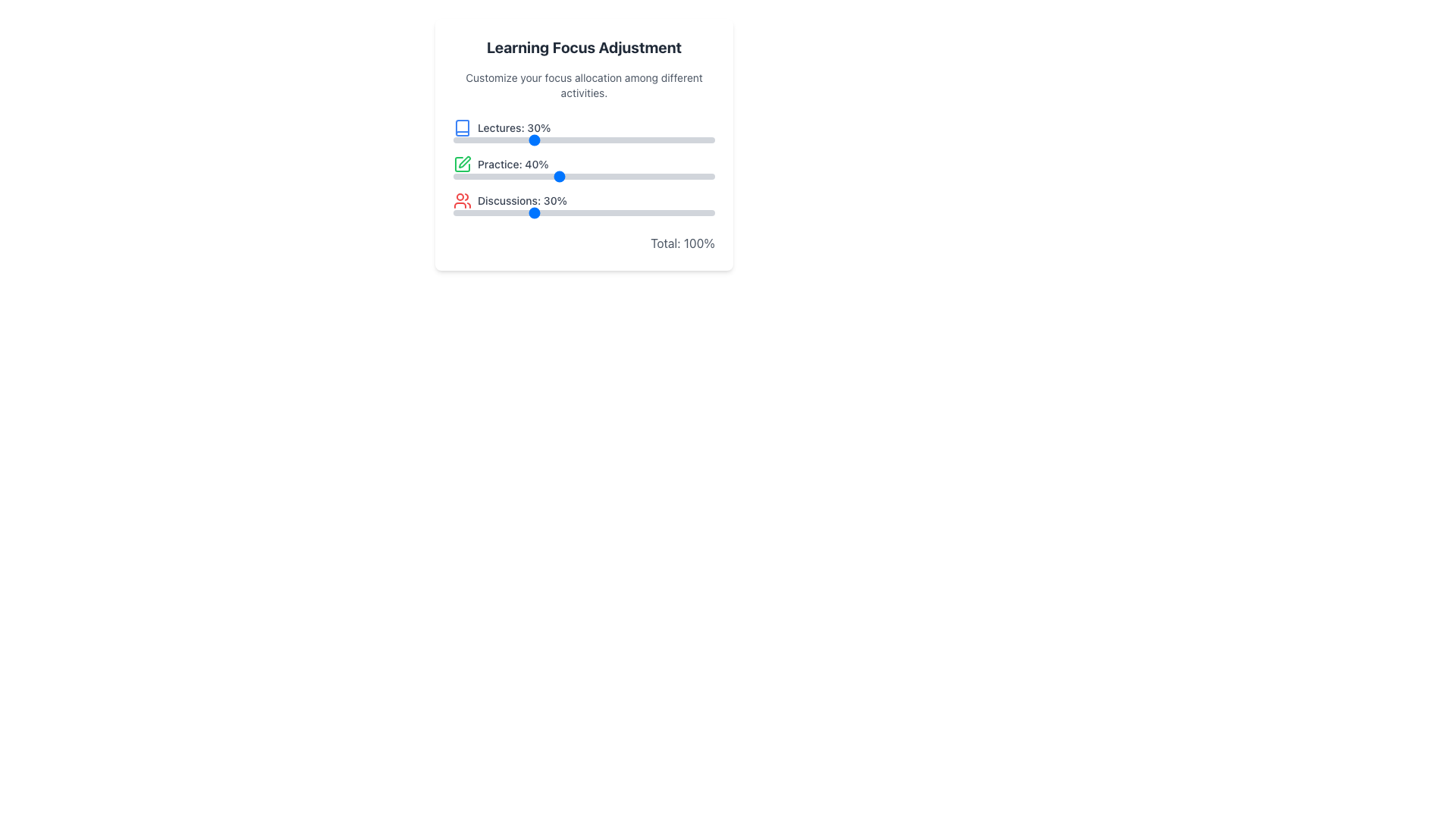 The width and height of the screenshot is (1456, 819). I want to click on the slider, so click(468, 213).